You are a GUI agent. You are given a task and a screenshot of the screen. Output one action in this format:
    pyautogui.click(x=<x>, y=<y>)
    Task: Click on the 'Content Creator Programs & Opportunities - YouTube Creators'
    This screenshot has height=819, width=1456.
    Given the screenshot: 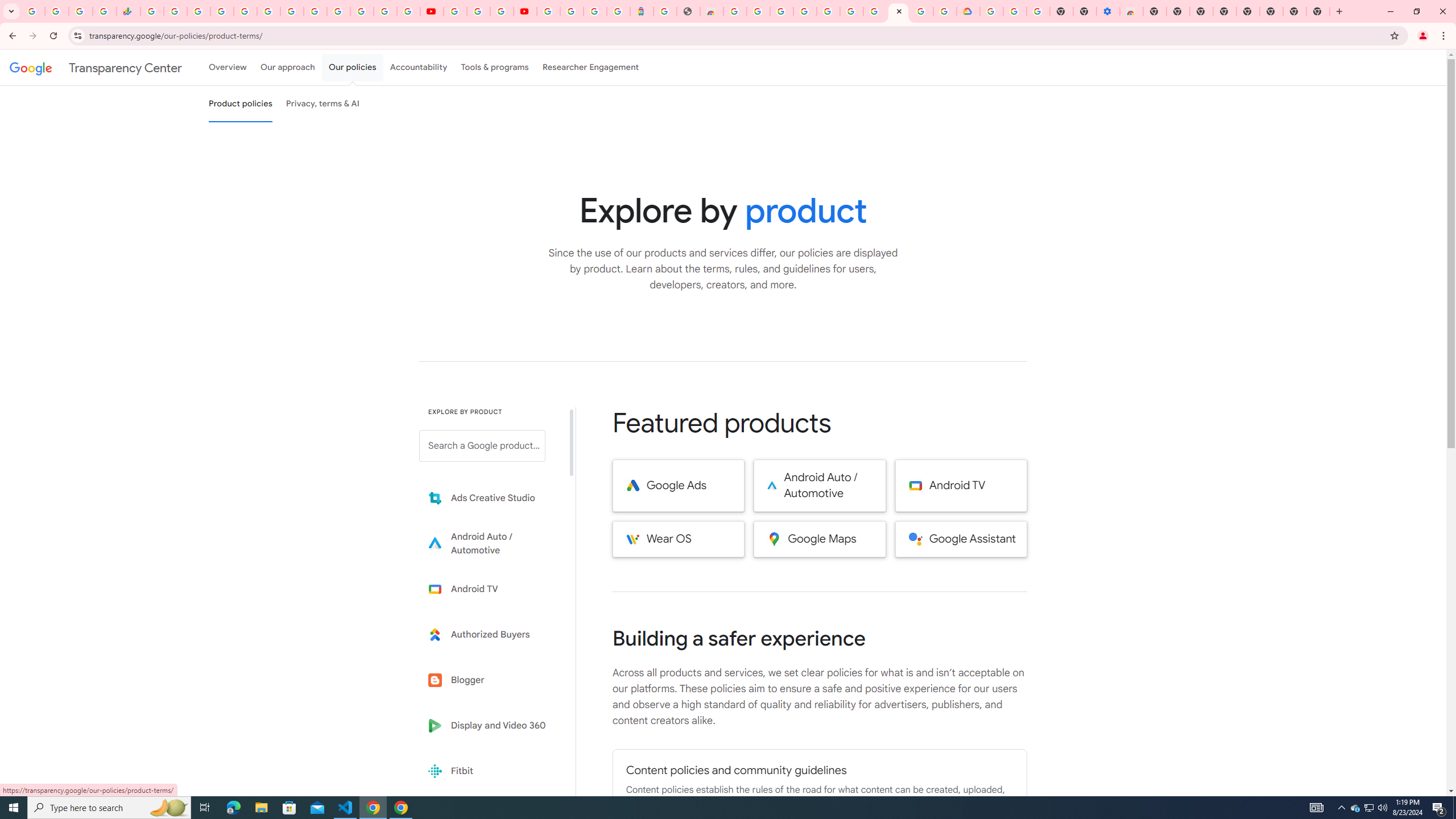 What is the action you would take?
    pyautogui.click(x=524, y=11)
    